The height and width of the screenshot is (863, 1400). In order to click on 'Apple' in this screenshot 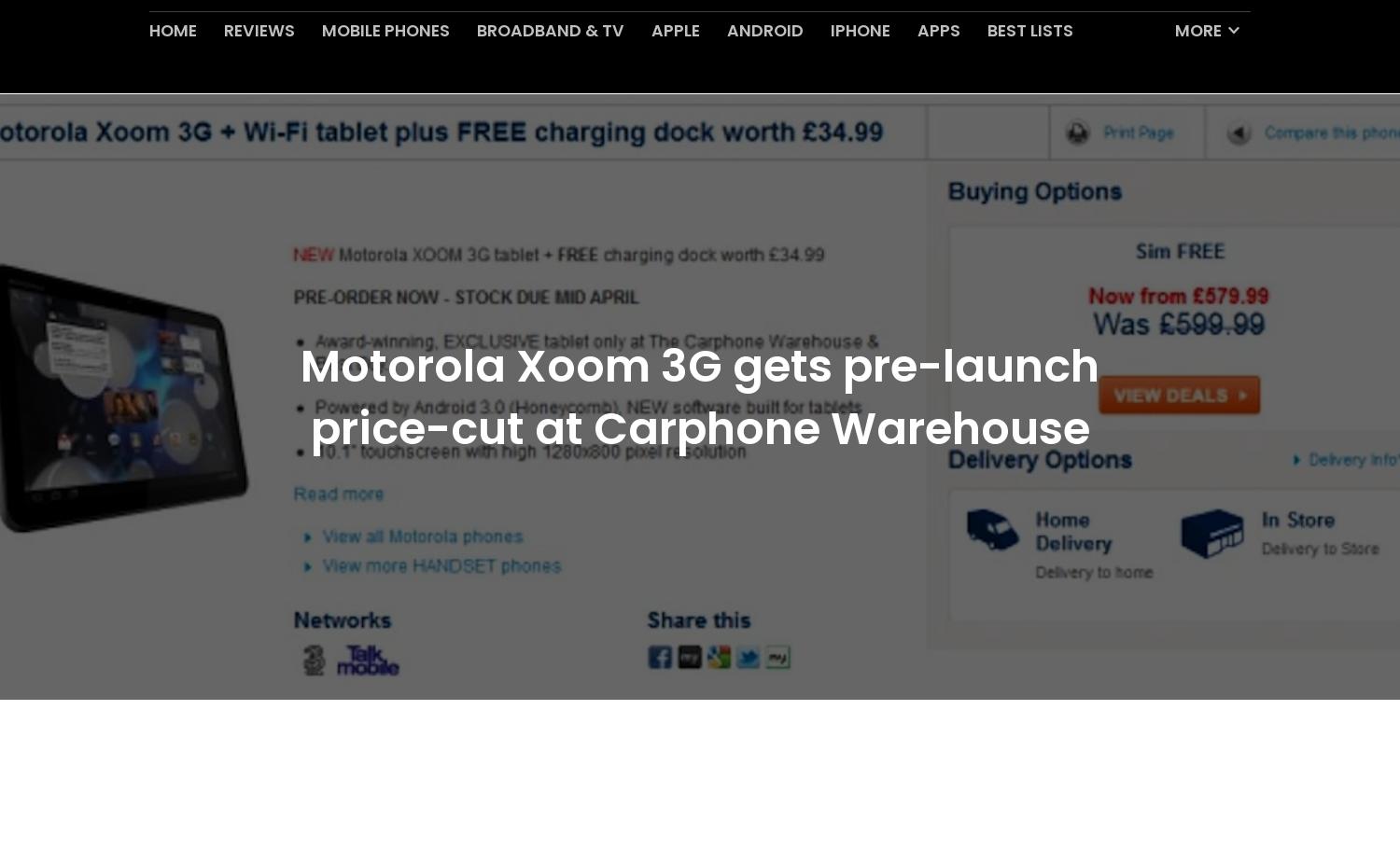, I will do `click(675, 74)`.